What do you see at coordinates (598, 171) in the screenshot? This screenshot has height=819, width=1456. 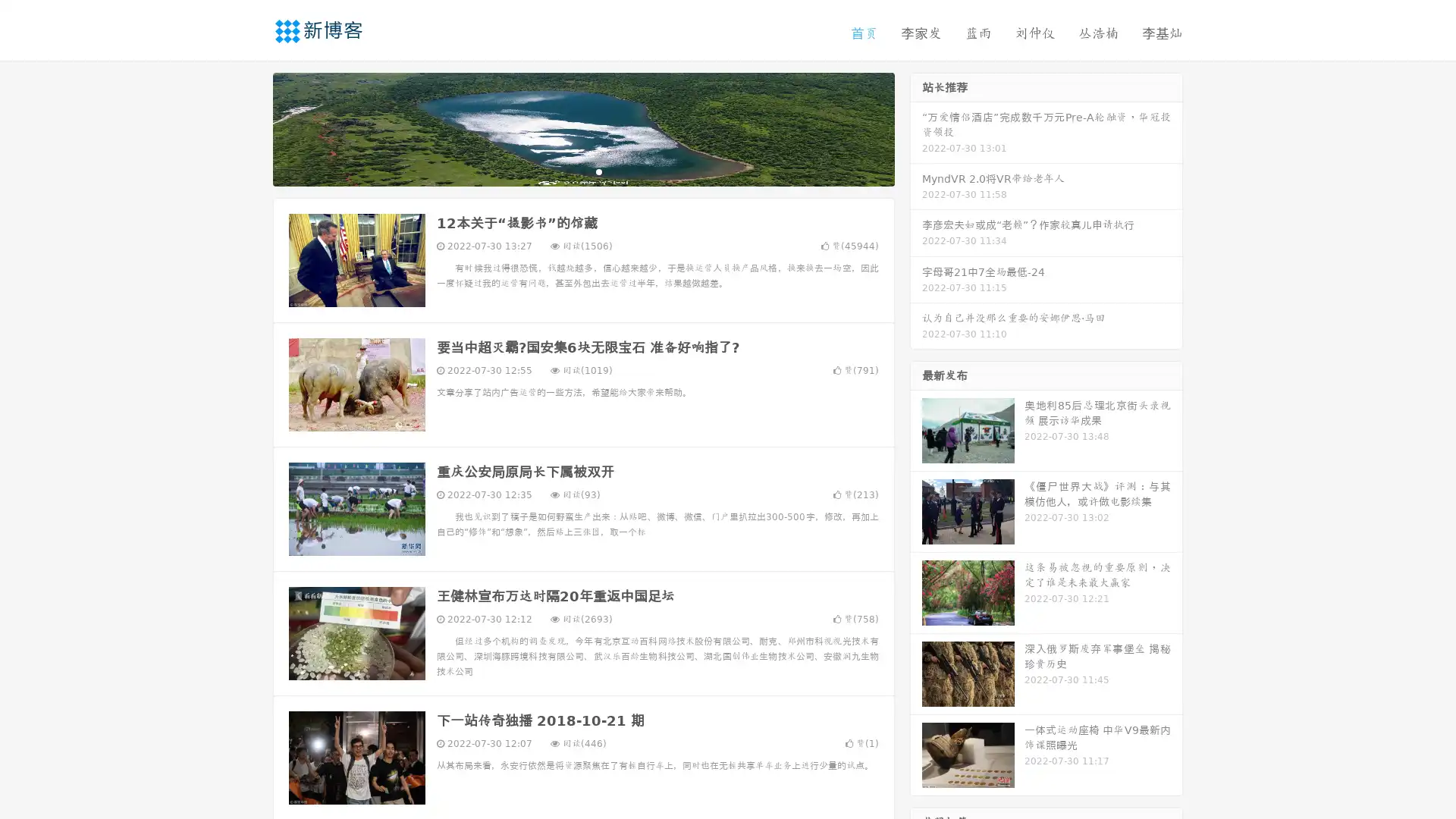 I see `Go to slide 3` at bounding box center [598, 171].